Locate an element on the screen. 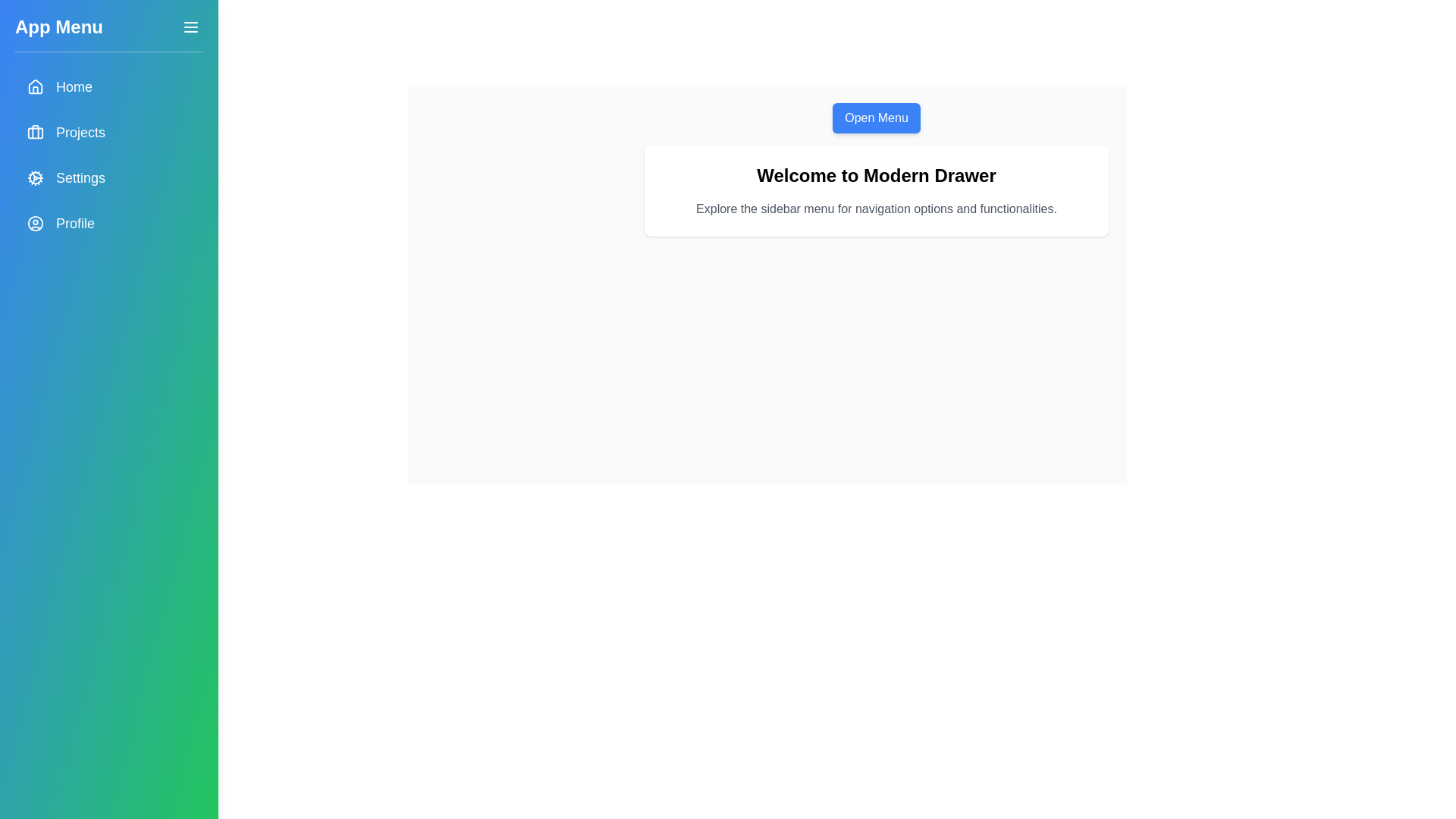 The image size is (1456, 819). the menu button to toggle the drawer visibility is located at coordinates (190, 27).